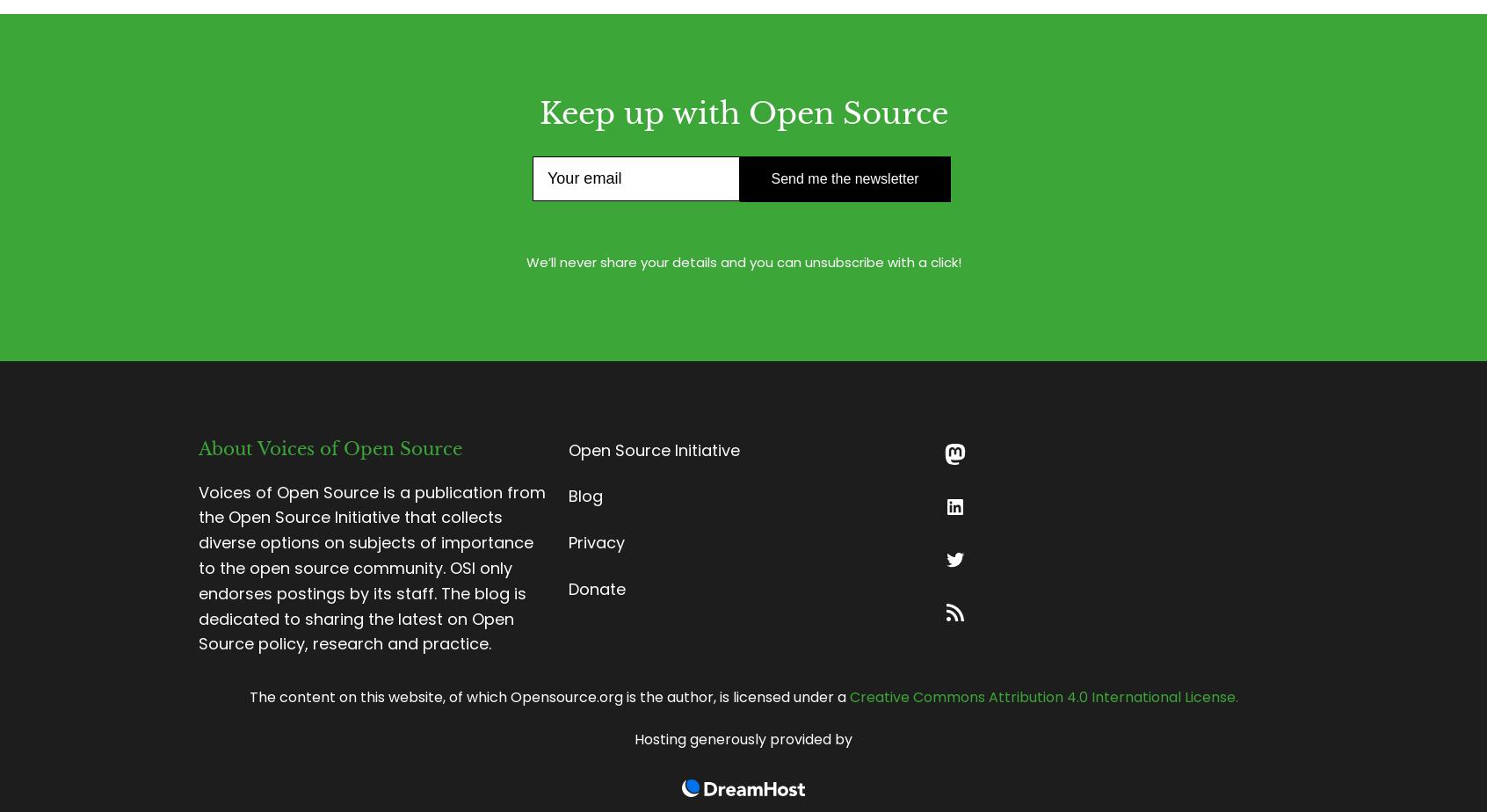 This screenshot has width=1487, height=812. Describe the element at coordinates (597, 589) in the screenshot. I see `'Donate'` at that location.